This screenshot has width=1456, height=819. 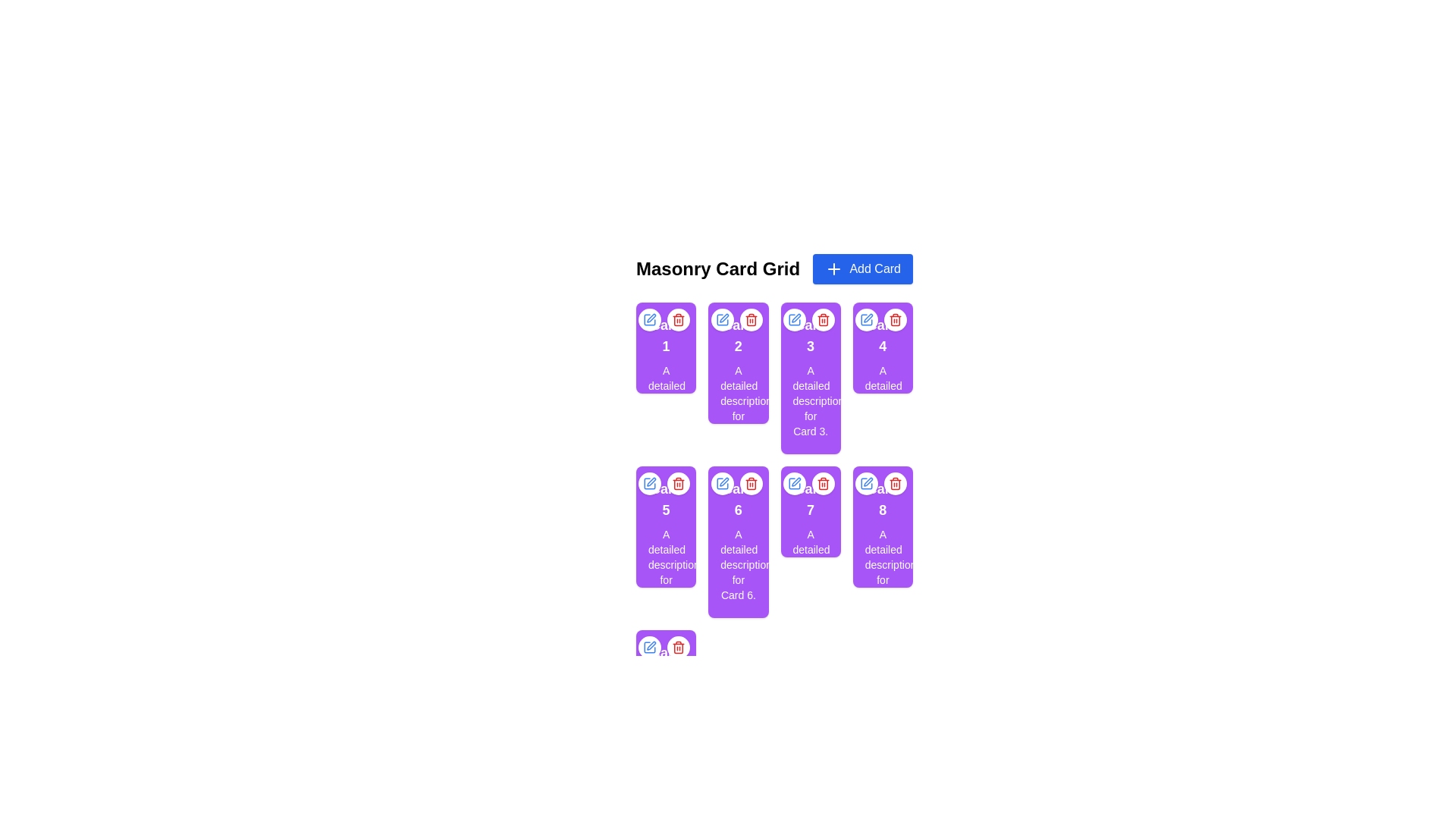 What do you see at coordinates (793, 483) in the screenshot?
I see `the circular button with a white background and a blue pen icon located at the top-right of the card labeled '7'` at bounding box center [793, 483].